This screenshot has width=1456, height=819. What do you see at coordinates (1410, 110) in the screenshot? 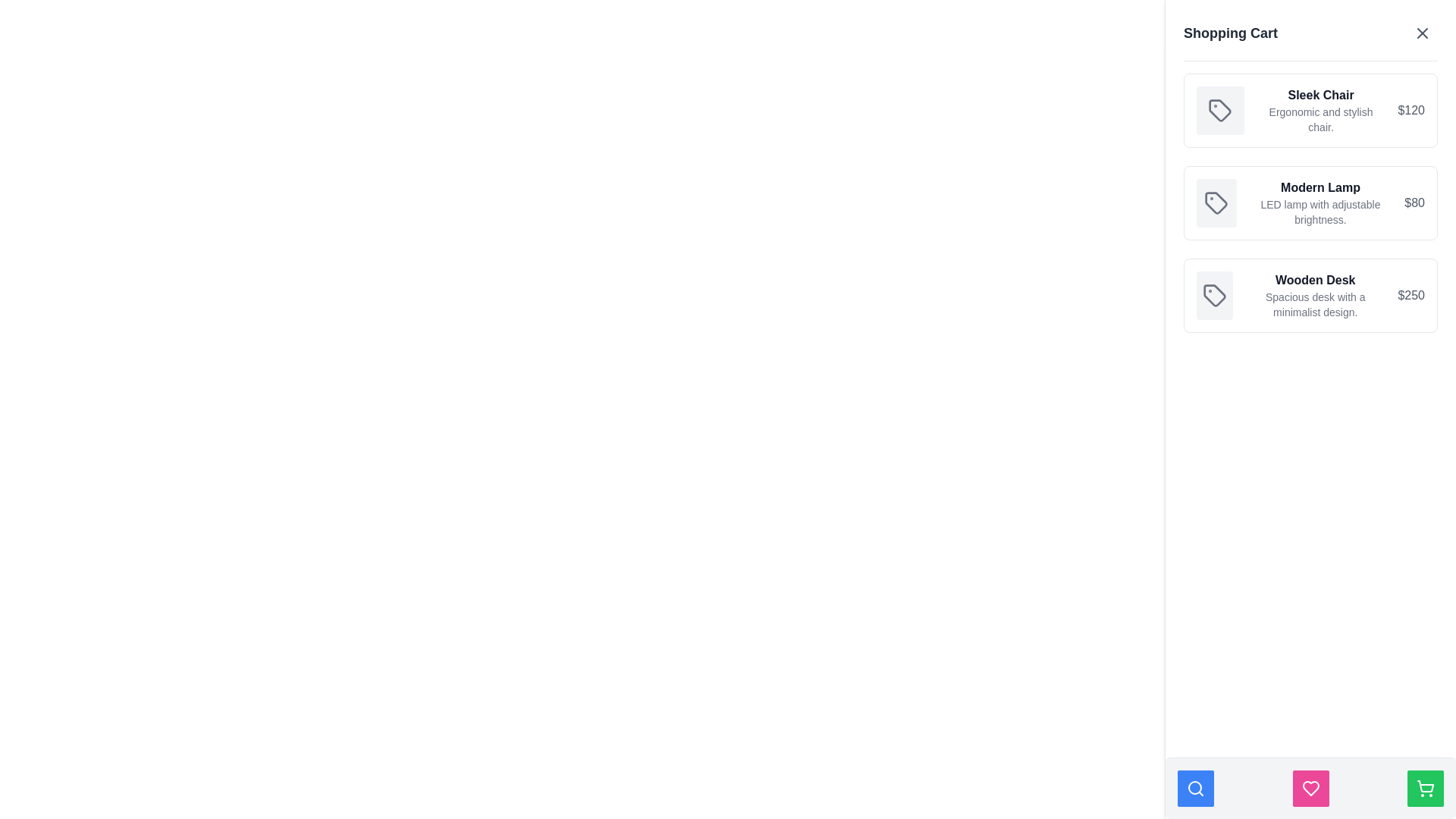
I see `the price label for the 'Sleek Chair' located in the shopping cart section, positioned to the far right of its containing box` at bounding box center [1410, 110].